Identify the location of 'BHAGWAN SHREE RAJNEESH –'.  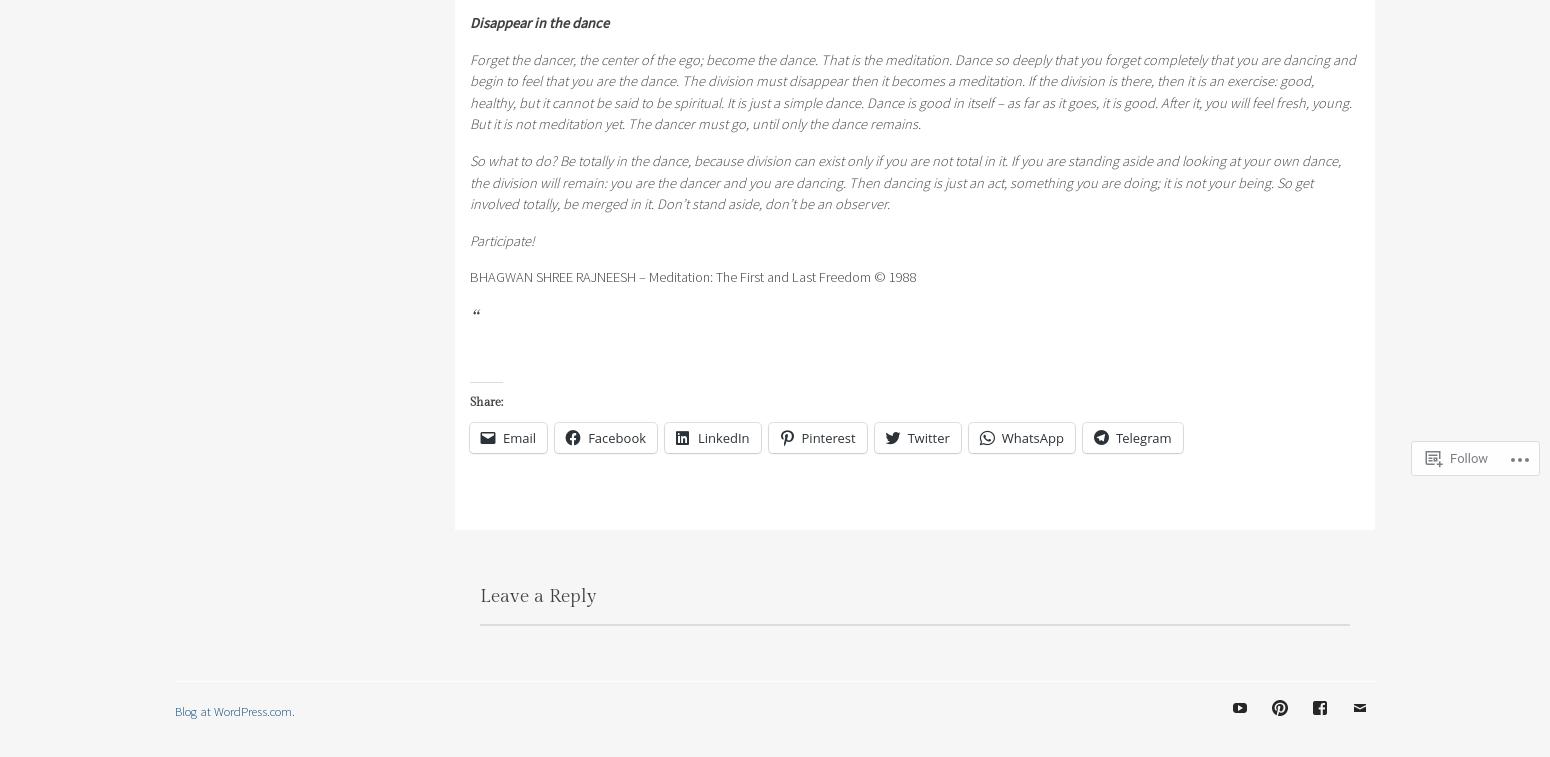
(559, 275).